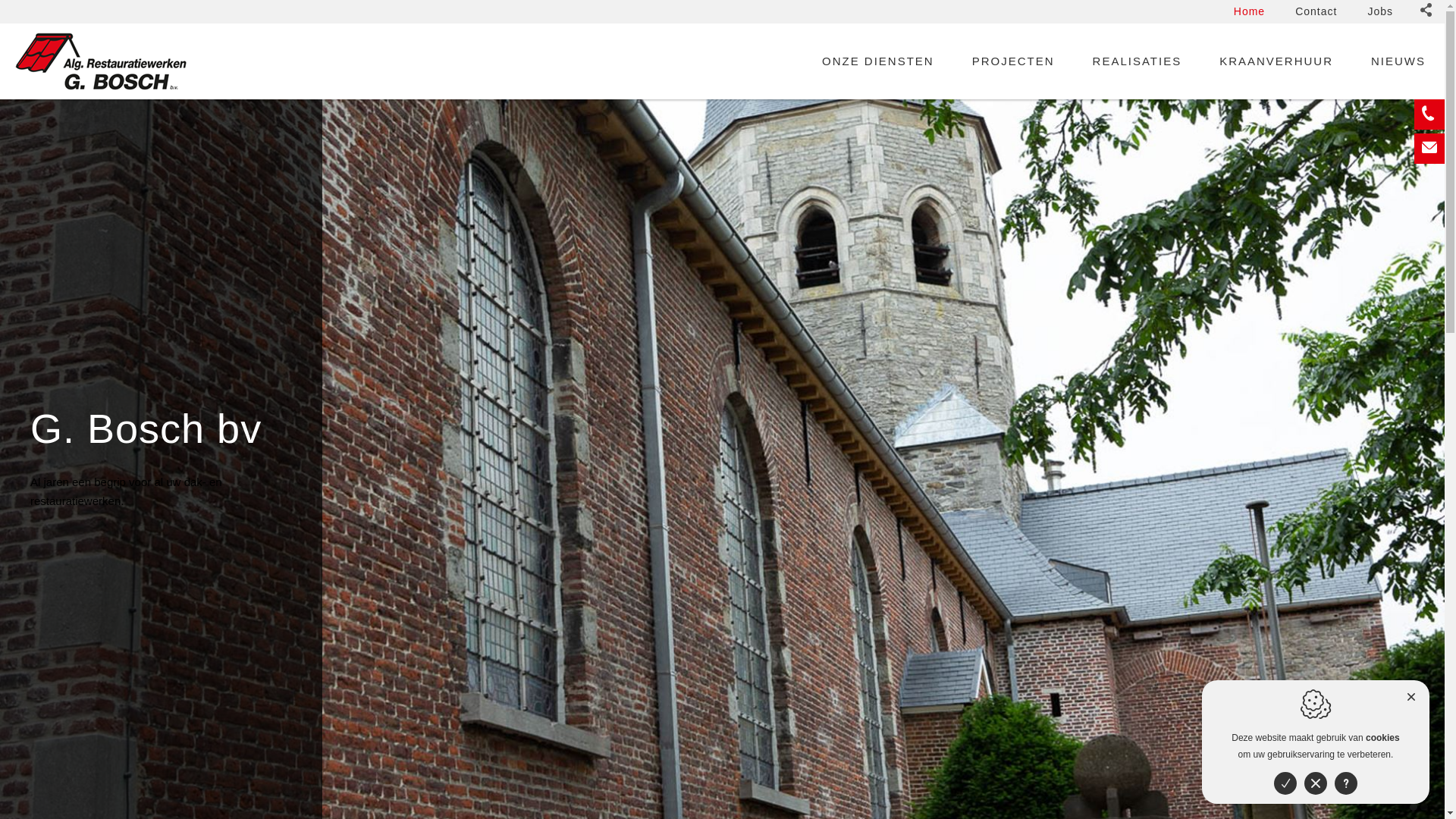 This screenshot has height=819, width=1456. What do you see at coordinates (1315, 11) in the screenshot?
I see `'Contact'` at bounding box center [1315, 11].